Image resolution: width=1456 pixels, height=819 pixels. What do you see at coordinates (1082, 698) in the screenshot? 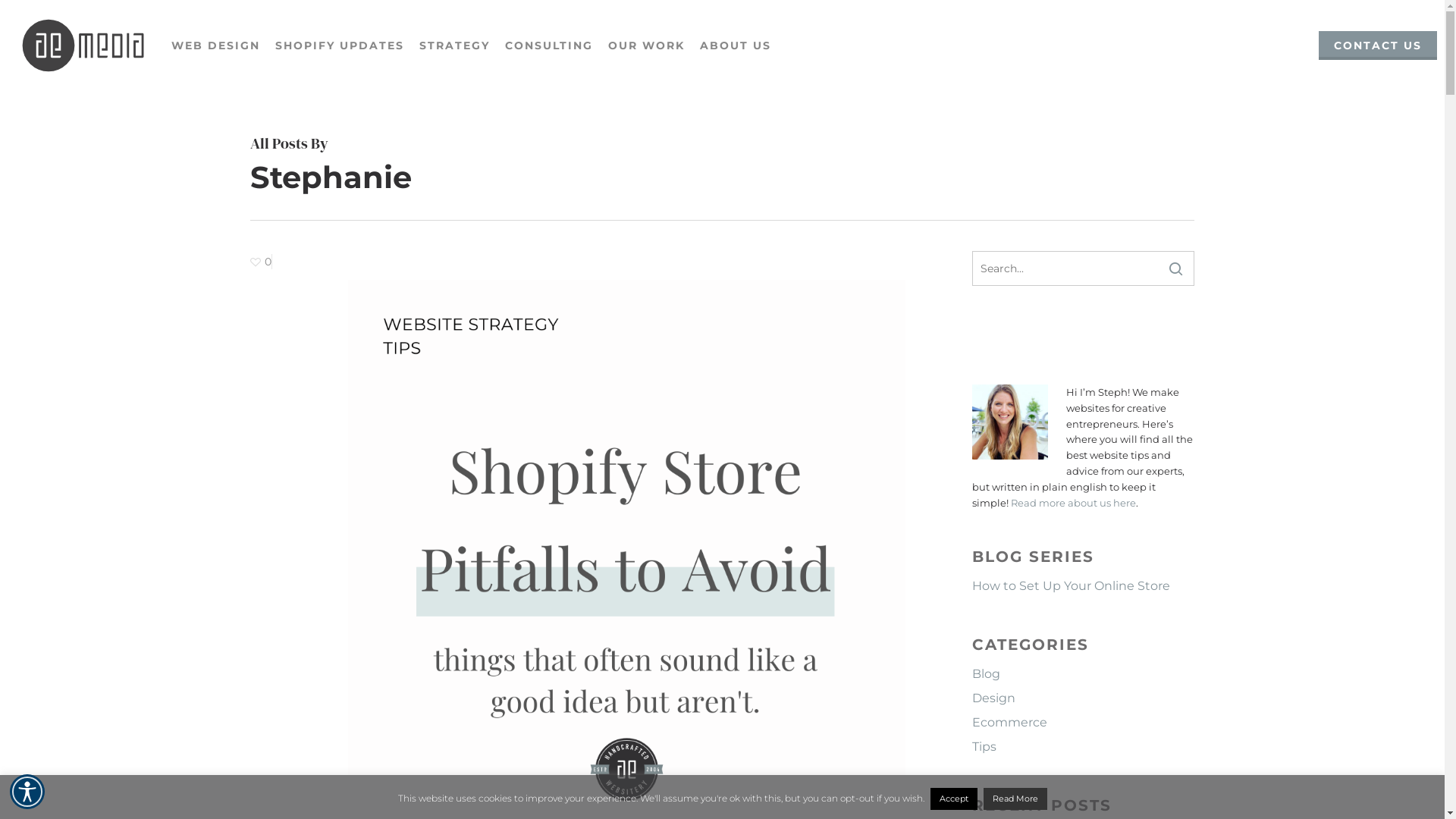
I see `'Design'` at bounding box center [1082, 698].